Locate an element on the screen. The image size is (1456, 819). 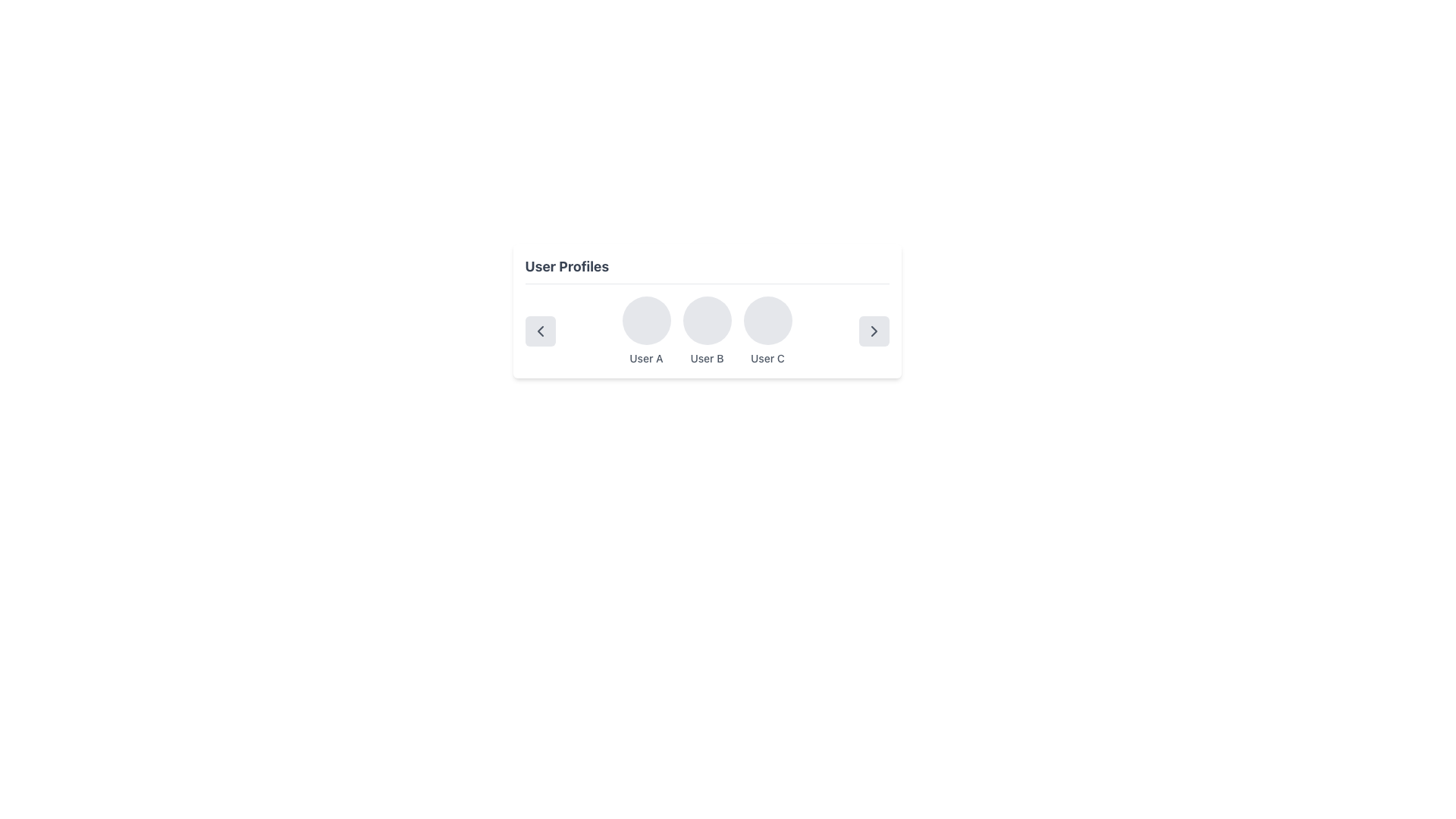
the right-pointing arrow icon, which is part of the navigation button in the user interface, located at the rightmost position of the horizontal navigation bar is located at coordinates (874, 330).